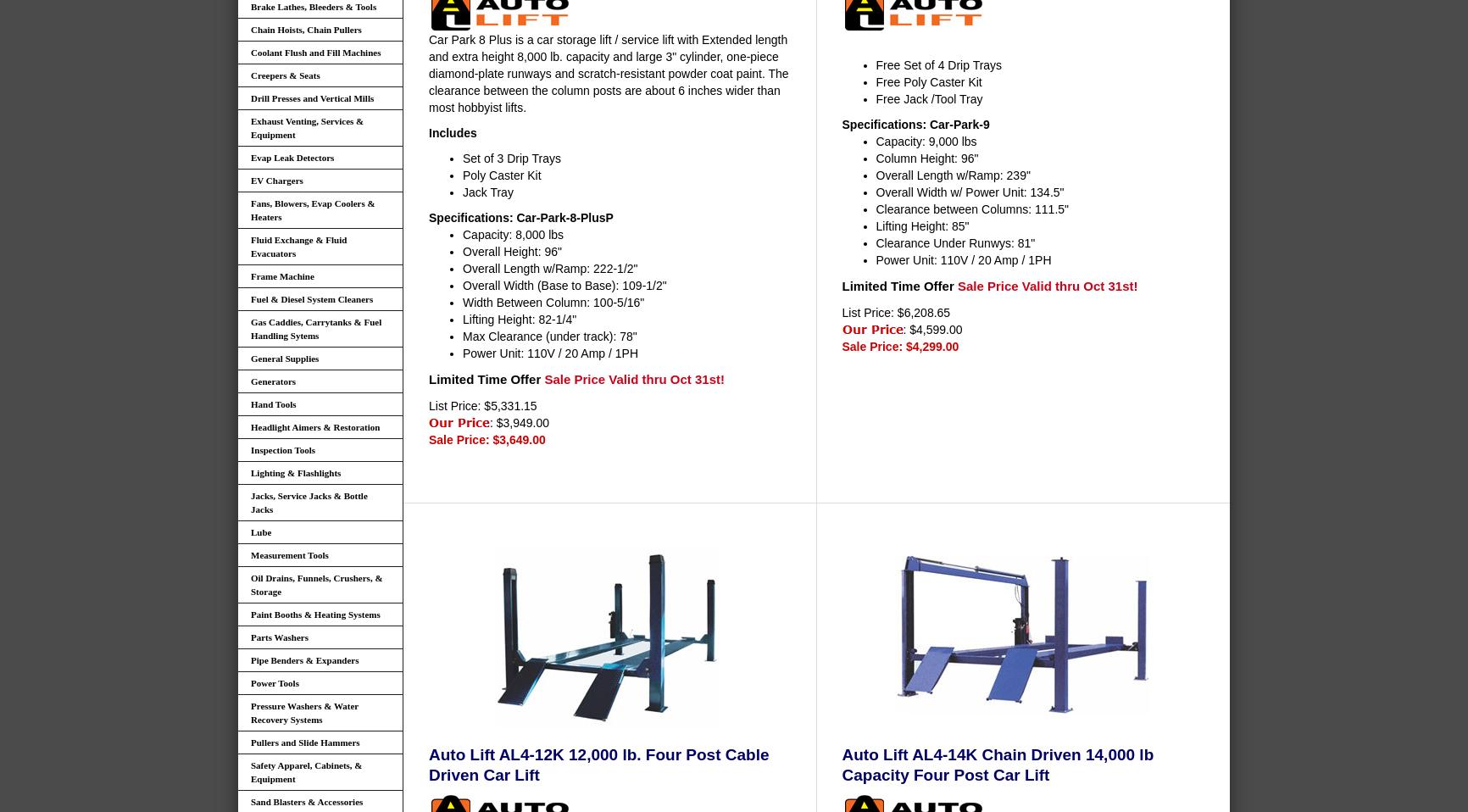 The image size is (1468, 812). Describe the element at coordinates (249, 381) in the screenshot. I see `'Generators'` at that location.